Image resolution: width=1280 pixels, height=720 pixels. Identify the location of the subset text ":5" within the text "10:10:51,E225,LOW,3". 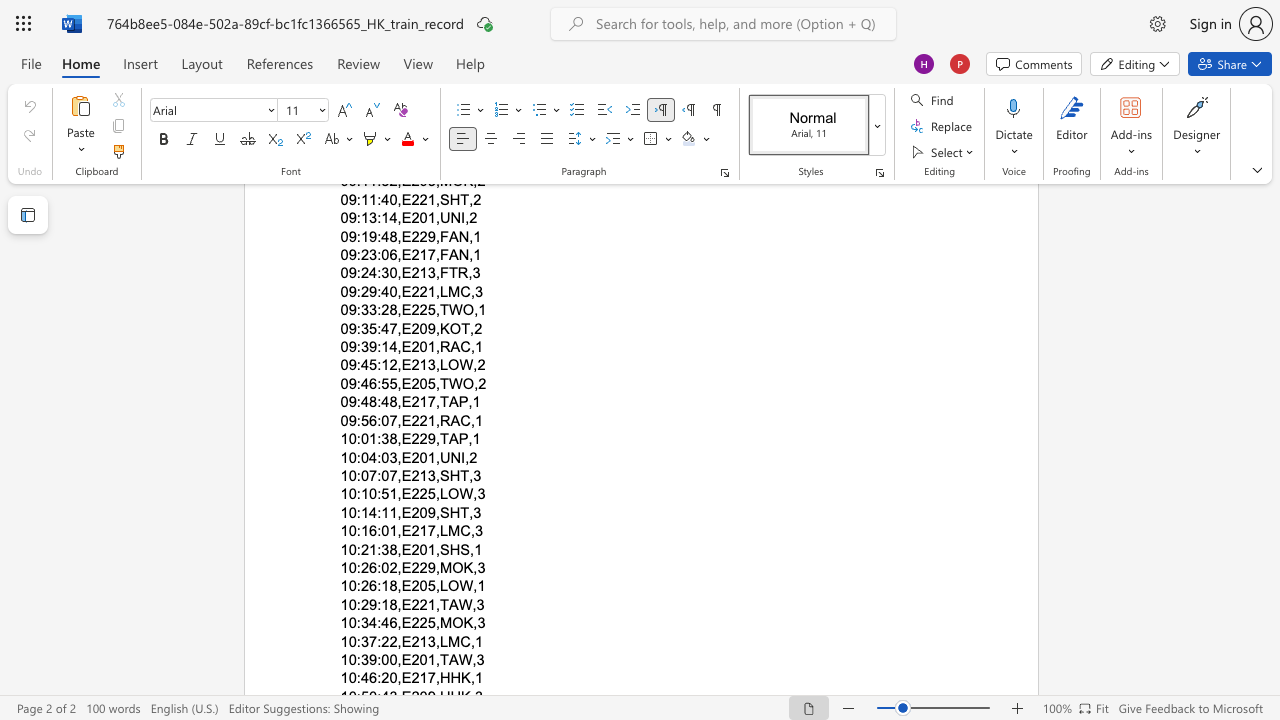
(377, 494).